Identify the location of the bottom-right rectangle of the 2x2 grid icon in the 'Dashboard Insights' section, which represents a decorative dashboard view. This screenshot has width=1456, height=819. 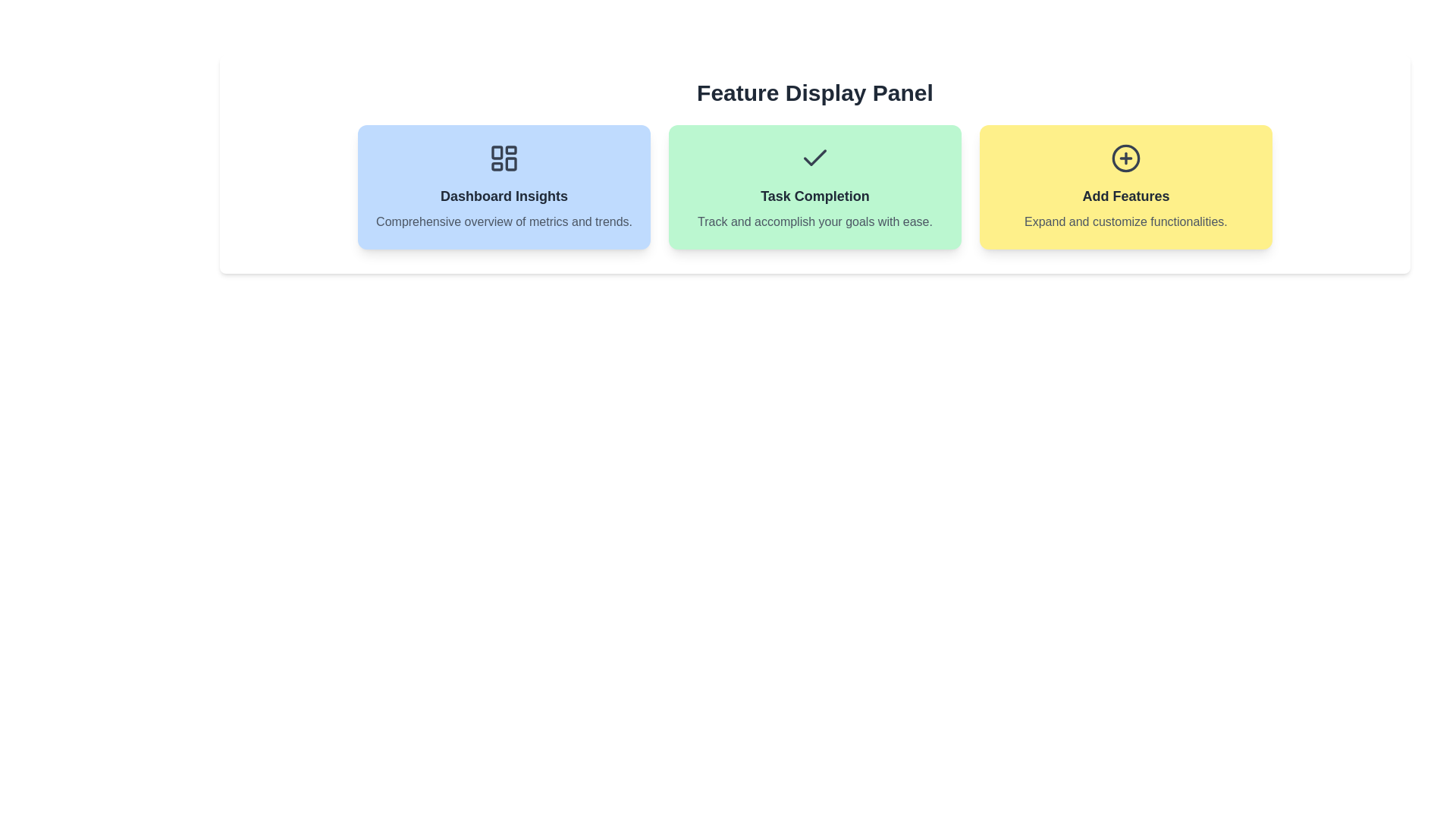
(511, 164).